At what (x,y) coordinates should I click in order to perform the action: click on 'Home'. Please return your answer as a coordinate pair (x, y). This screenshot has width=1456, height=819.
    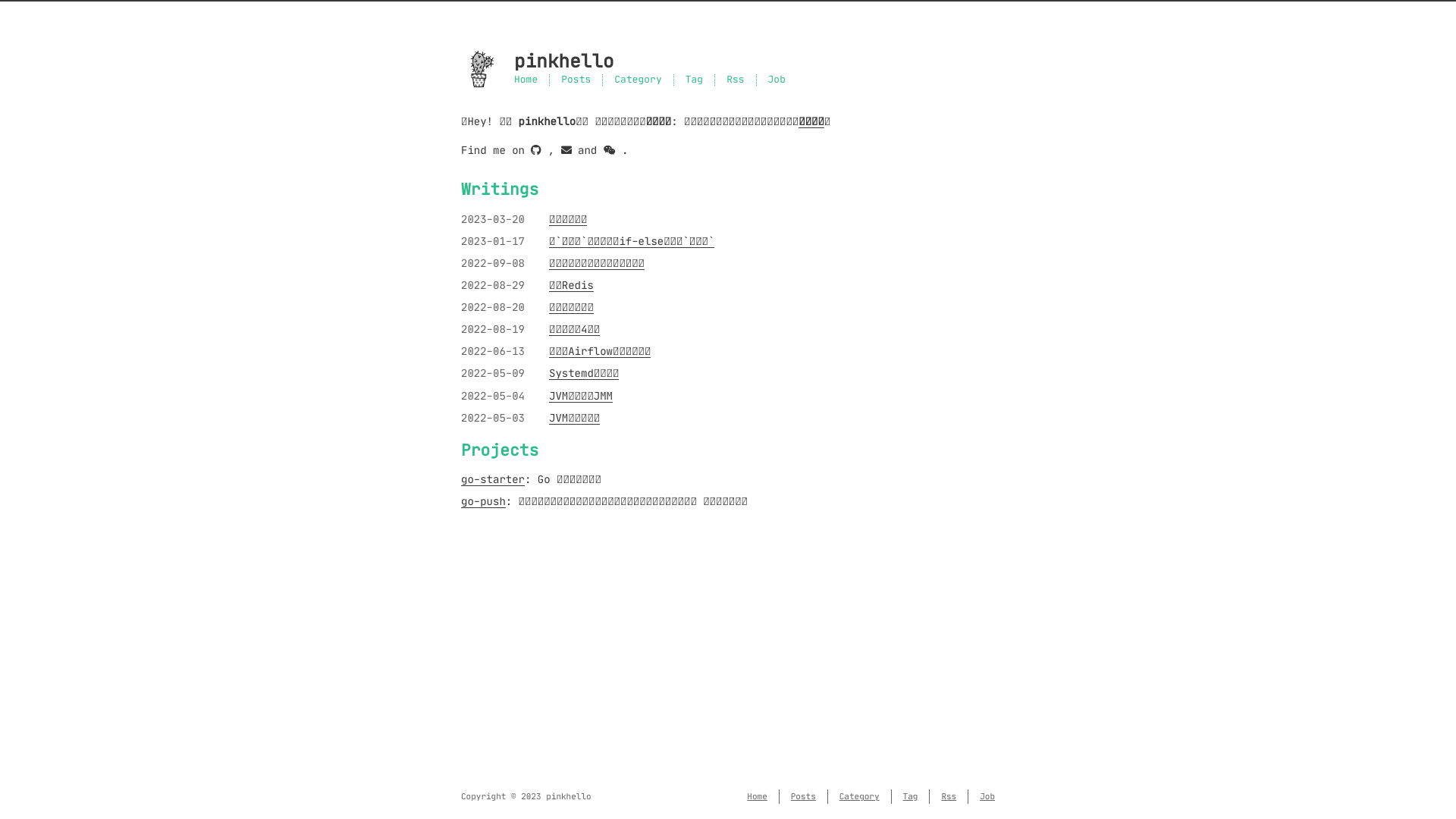
    Looking at the image, I should click on (526, 80).